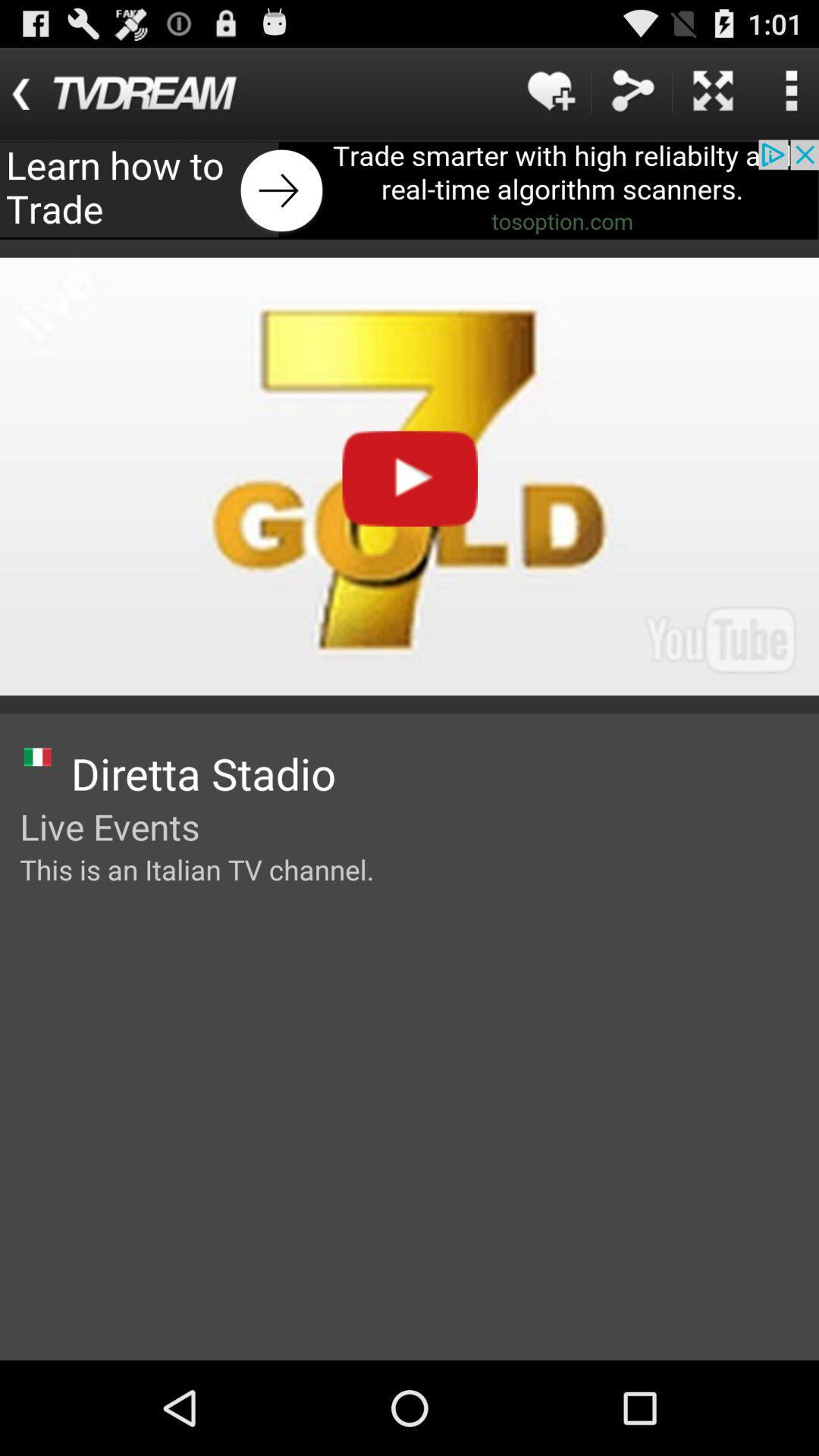 The width and height of the screenshot is (819, 1456). I want to click on expand, so click(713, 89).